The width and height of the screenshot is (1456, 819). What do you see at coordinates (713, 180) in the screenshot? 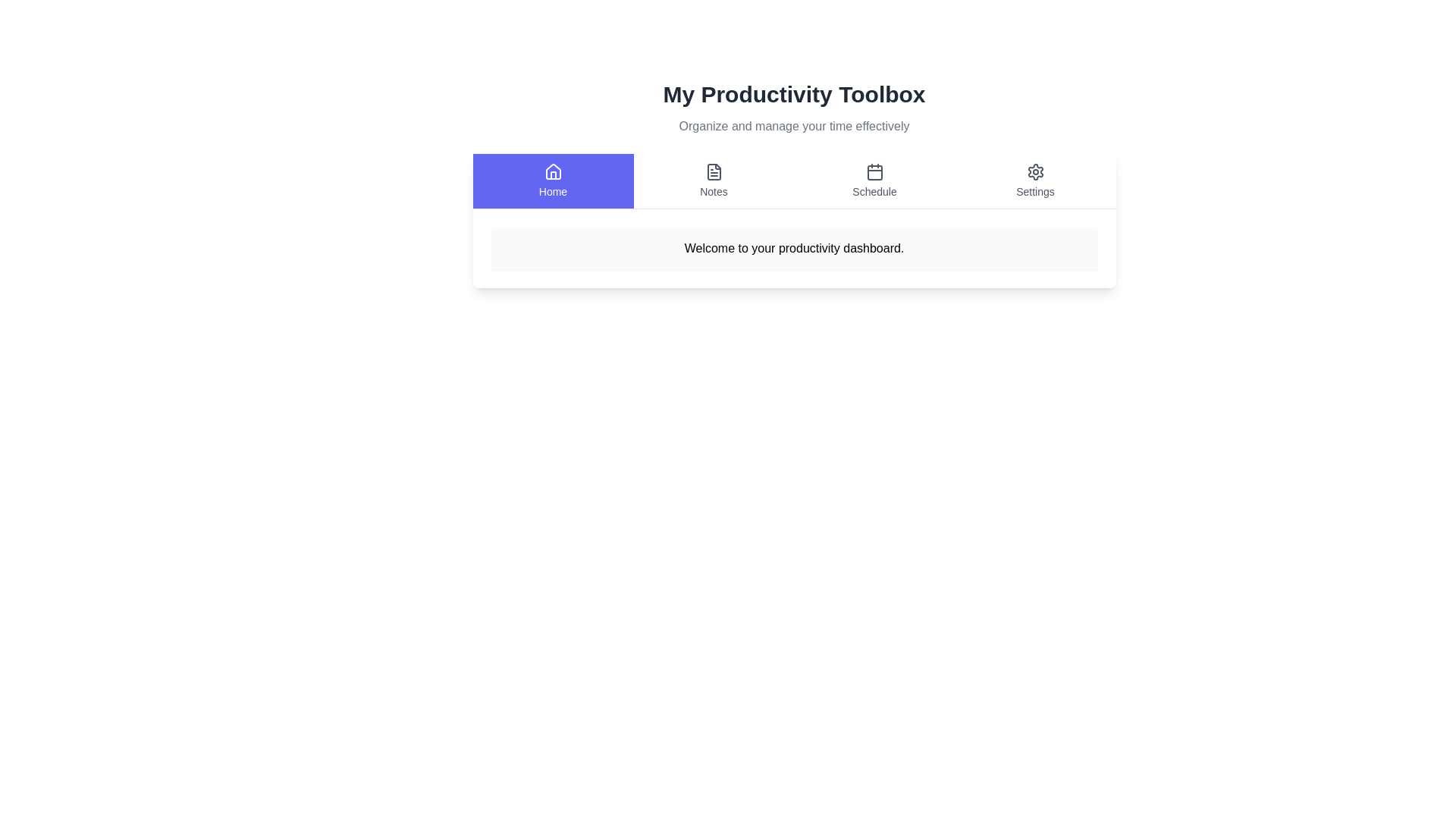
I see `the navigation item labeled 'Notes' which consists of a document icon above the text label` at bounding box center [713, 180].